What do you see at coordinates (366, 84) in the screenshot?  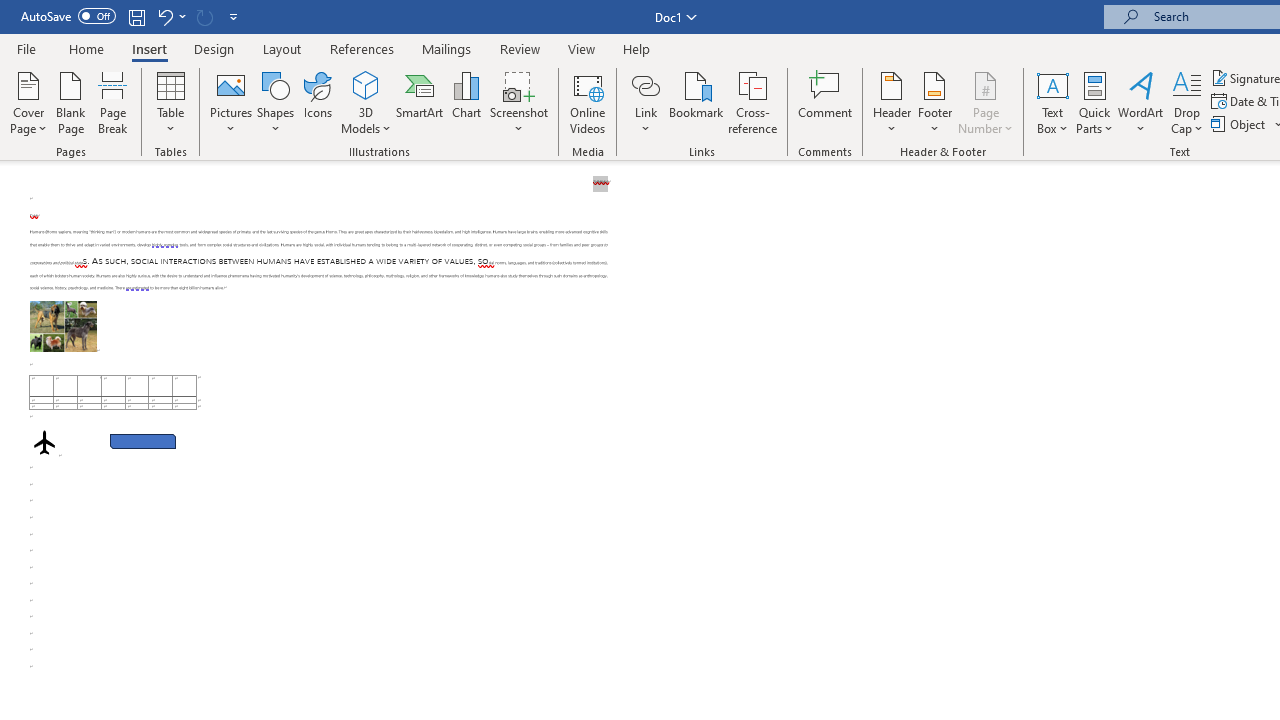 I see `'3D Models'` at bounding box center [366, 84].